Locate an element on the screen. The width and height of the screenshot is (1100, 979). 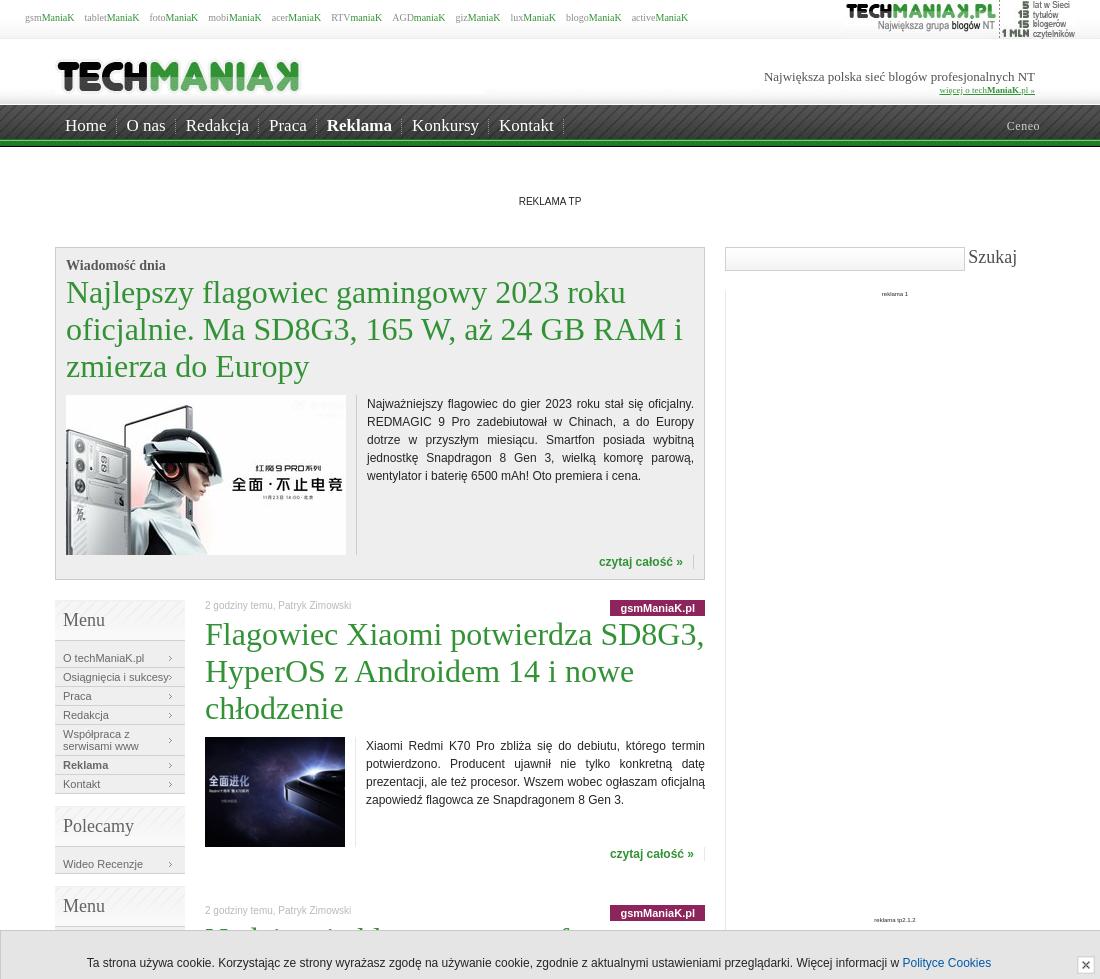
'Największa polska sieć blogów profesjonalnych NT' is located at coordinates (899, 76).